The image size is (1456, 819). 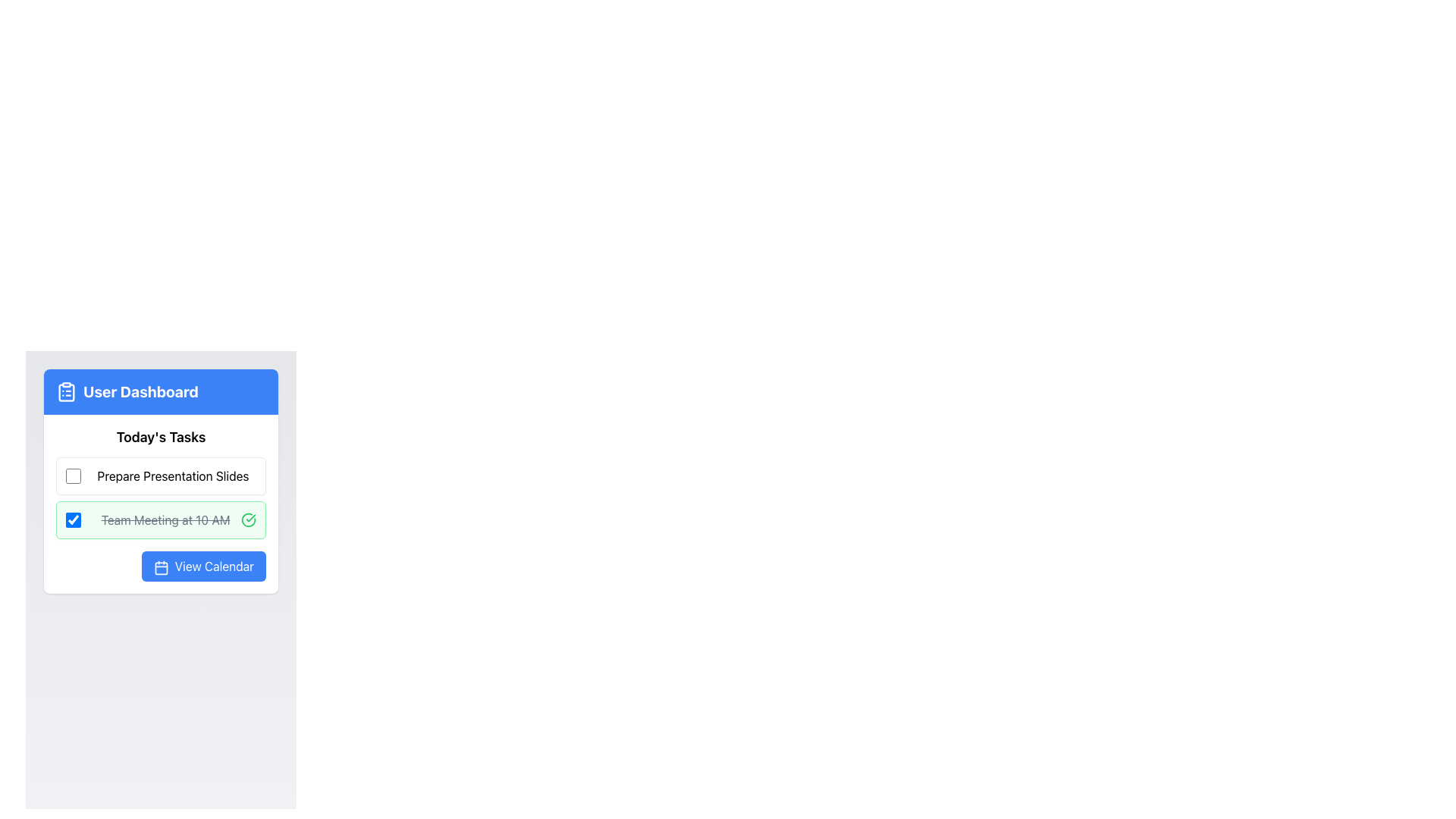 I want to click on the checkbox of the completed task item with a strikethrough text that is located in the 'Today's Tasks' section, specifically the second task beneath 'Prepare Presentation Slides', so click(x=161, y=497).